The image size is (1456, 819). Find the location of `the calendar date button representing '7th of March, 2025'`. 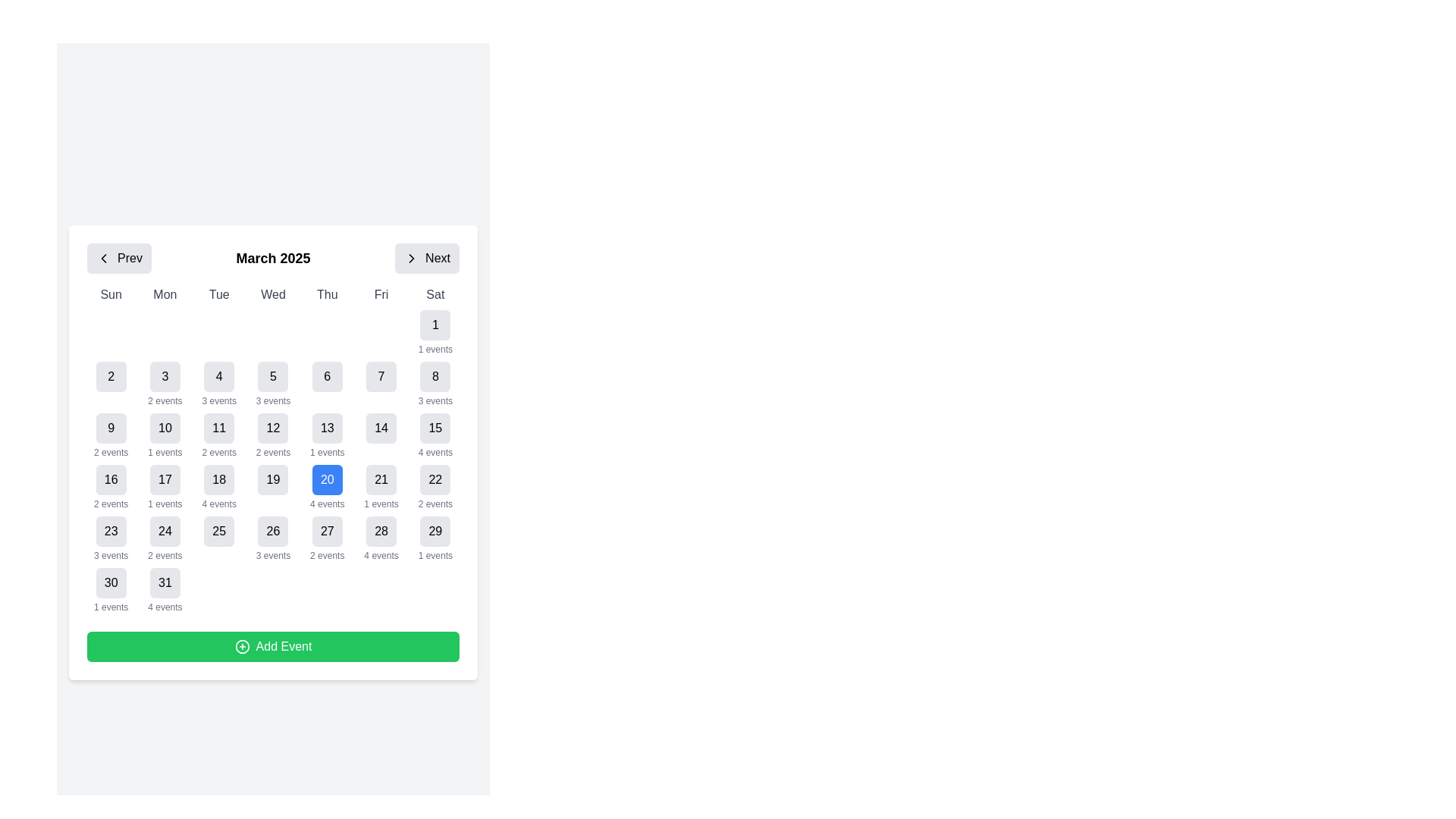

the calendar date button representing '7th of March, 2025' is located at coordinates (381, 376).